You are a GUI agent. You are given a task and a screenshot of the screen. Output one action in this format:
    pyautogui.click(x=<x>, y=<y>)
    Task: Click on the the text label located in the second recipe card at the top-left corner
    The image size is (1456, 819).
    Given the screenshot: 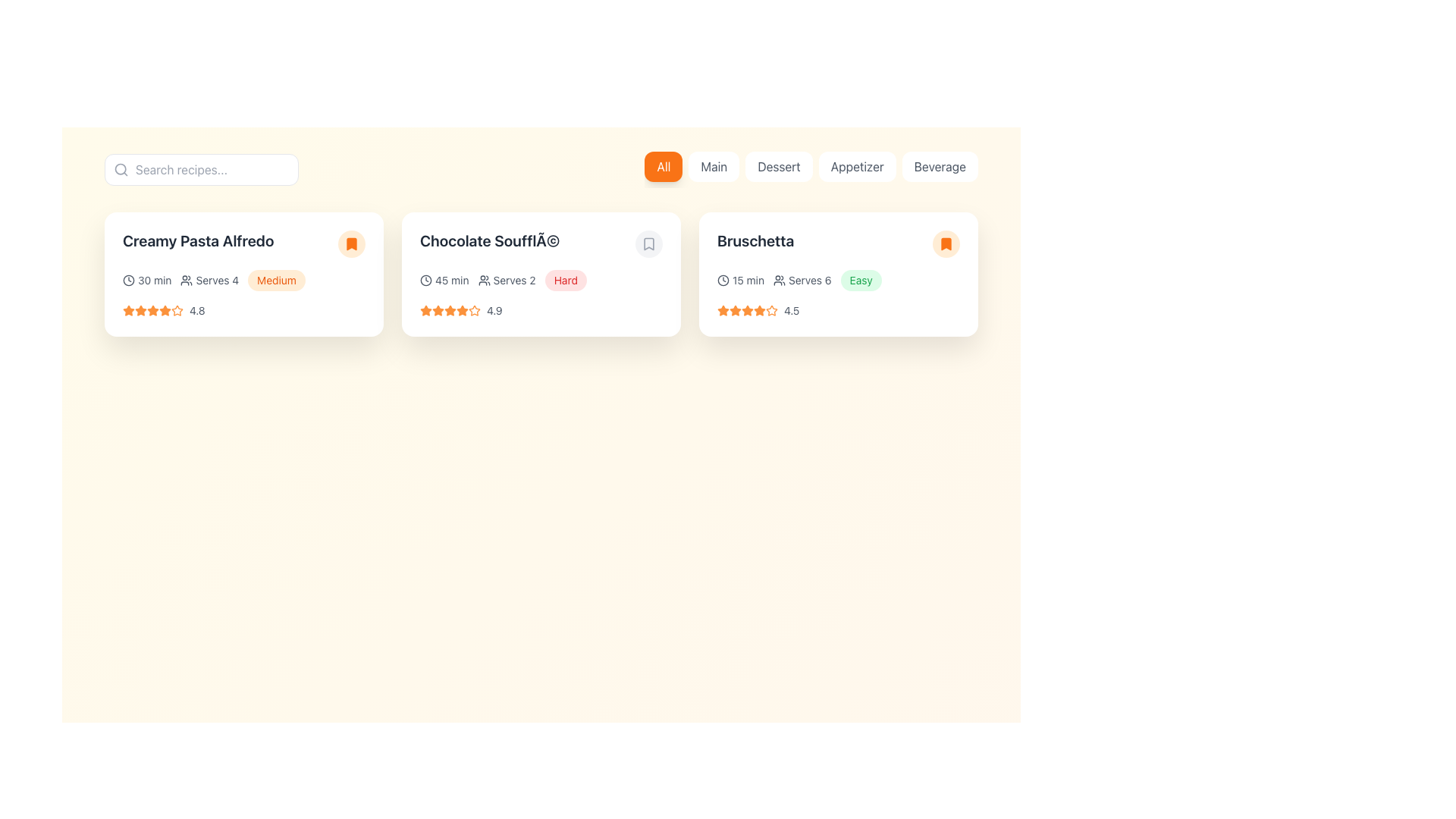 What is the action you would take?
    pyautogui.click(x=490, y=240)
    